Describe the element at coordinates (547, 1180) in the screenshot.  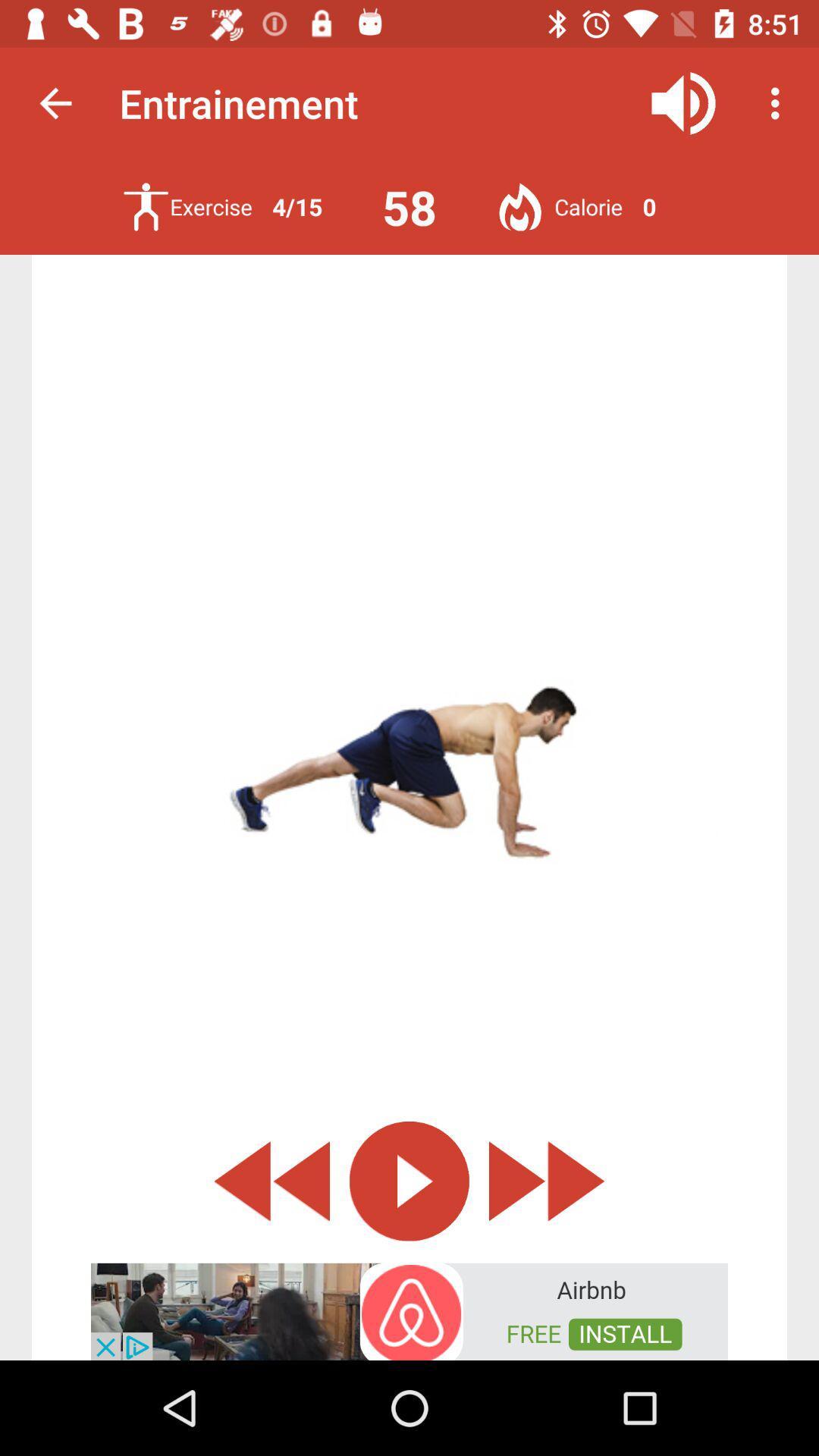
I see `next video go start button` at that location.